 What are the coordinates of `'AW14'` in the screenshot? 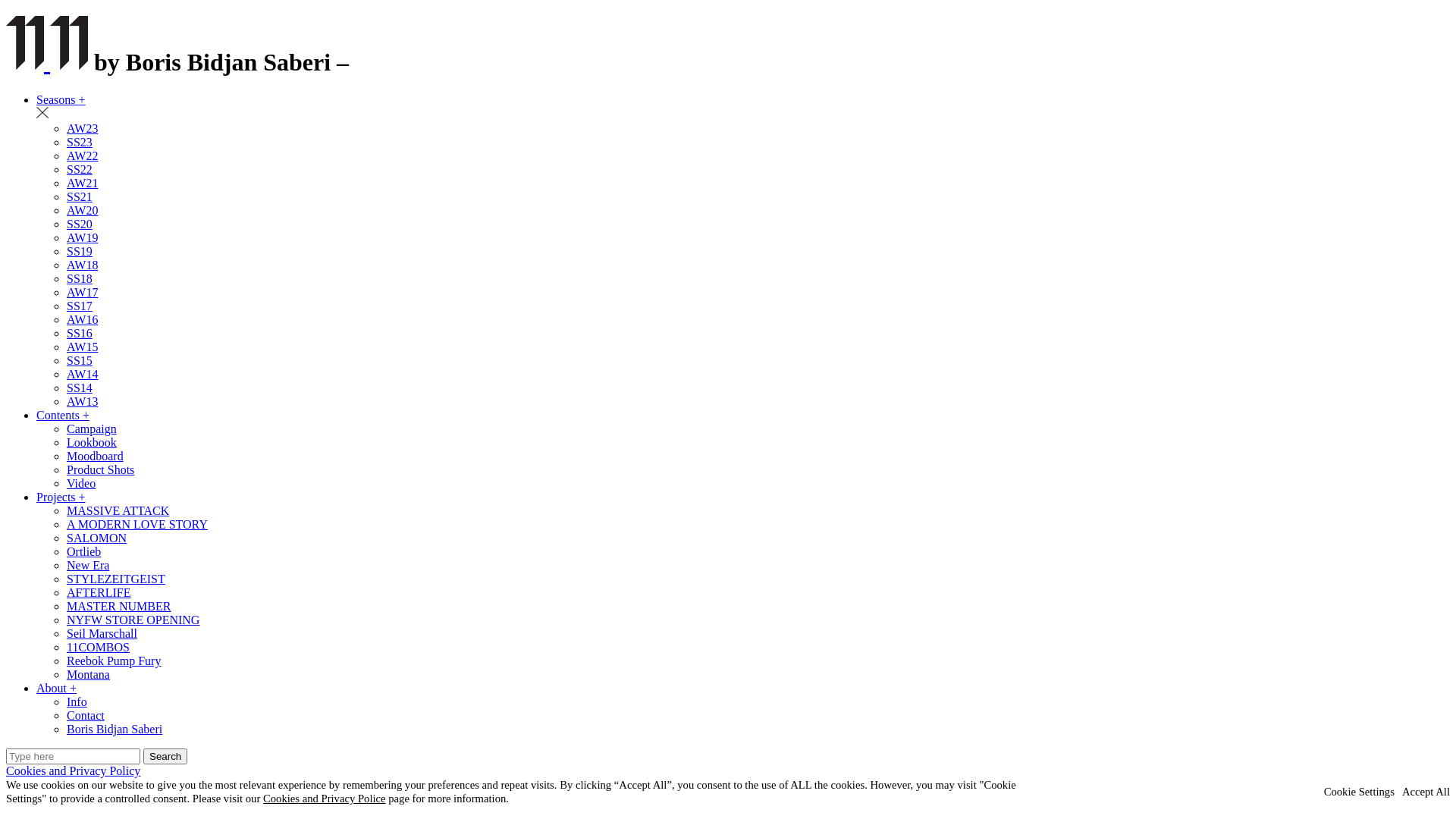 It's located at (81, 374).